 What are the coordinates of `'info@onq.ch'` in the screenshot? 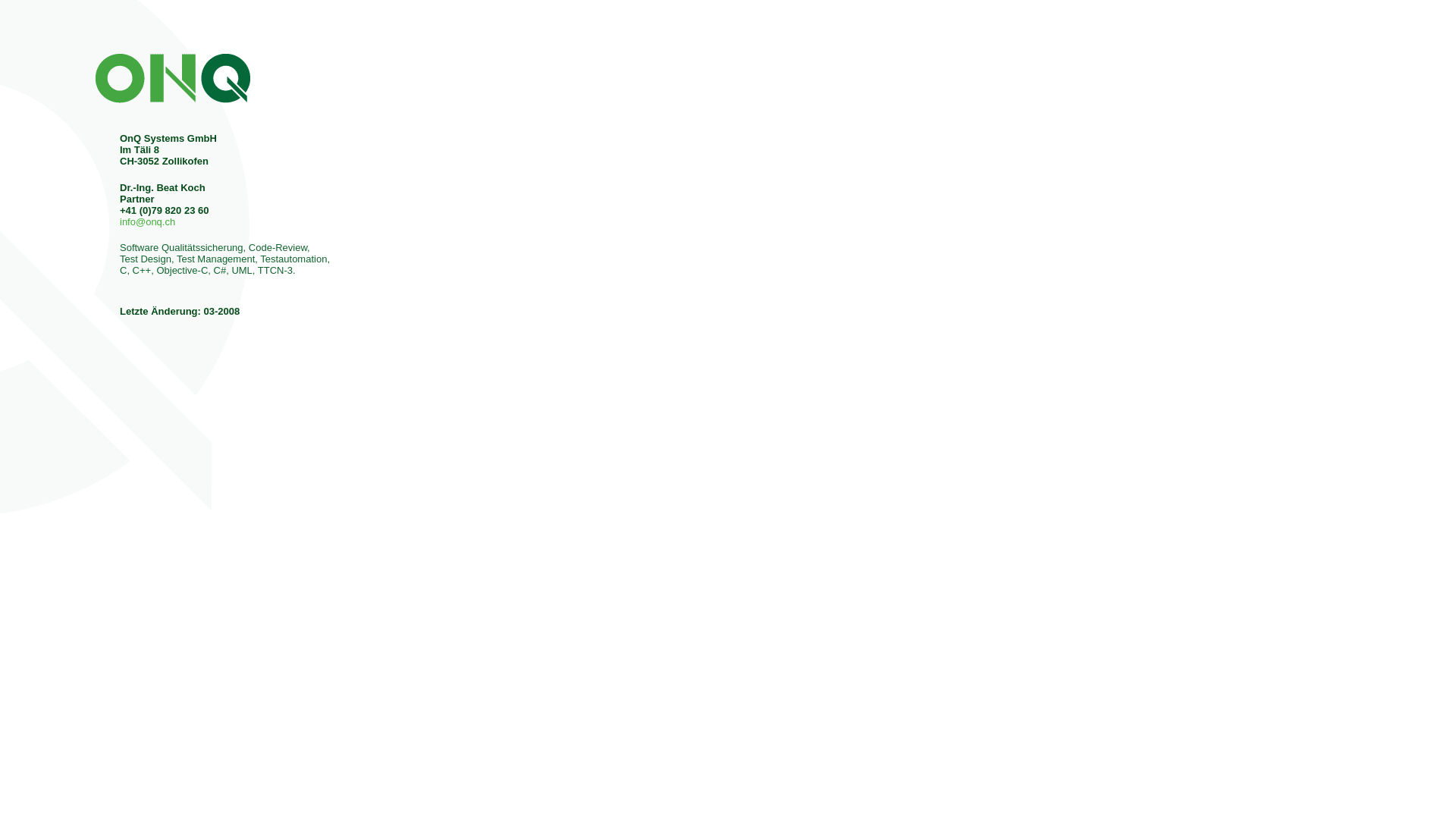 It's located at (119, 221).